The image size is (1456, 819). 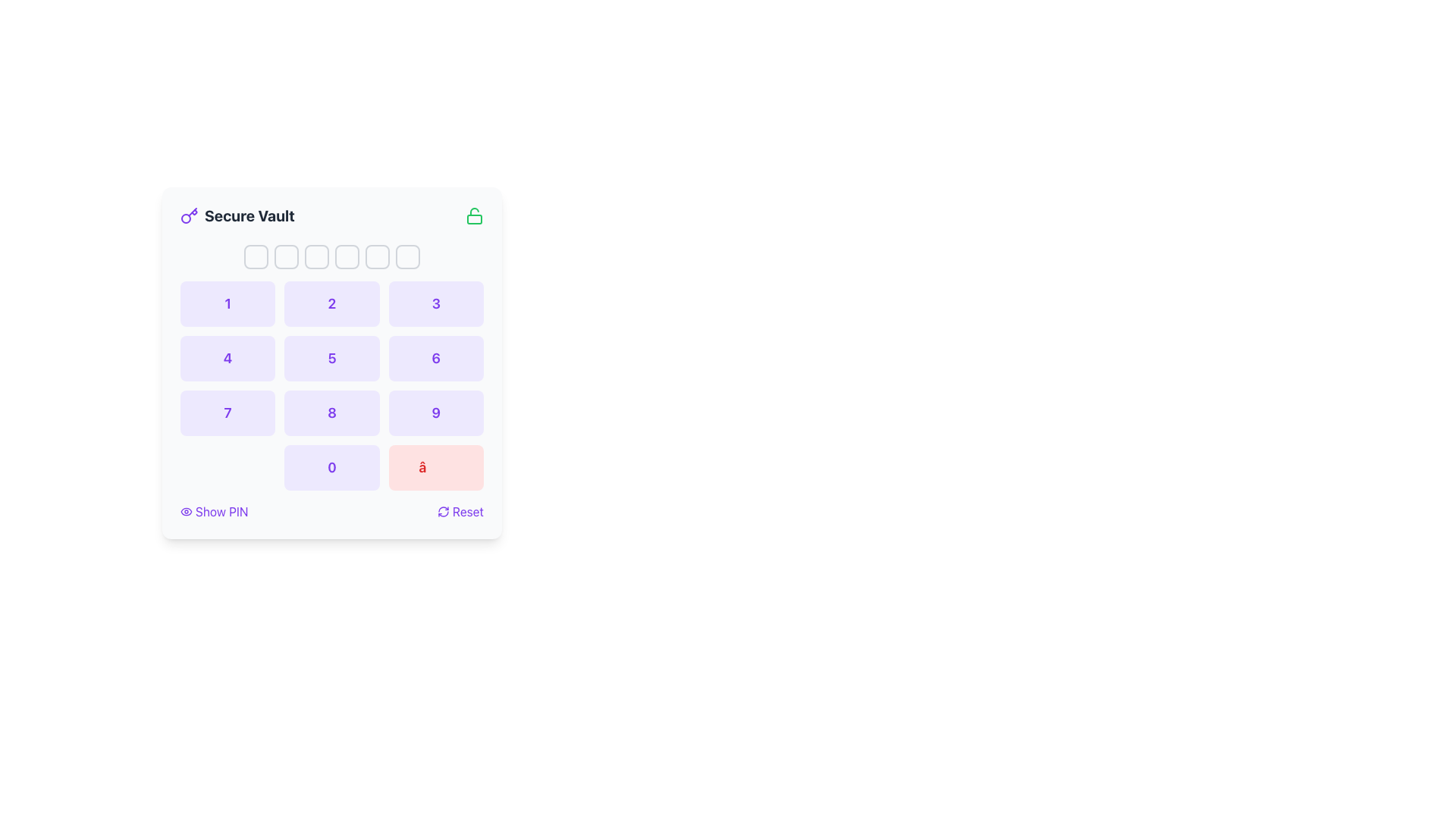 I want to click on the backspace/delete button located in the bottom-right corner of the numerical keypad grid, so click(x=435, y=467).